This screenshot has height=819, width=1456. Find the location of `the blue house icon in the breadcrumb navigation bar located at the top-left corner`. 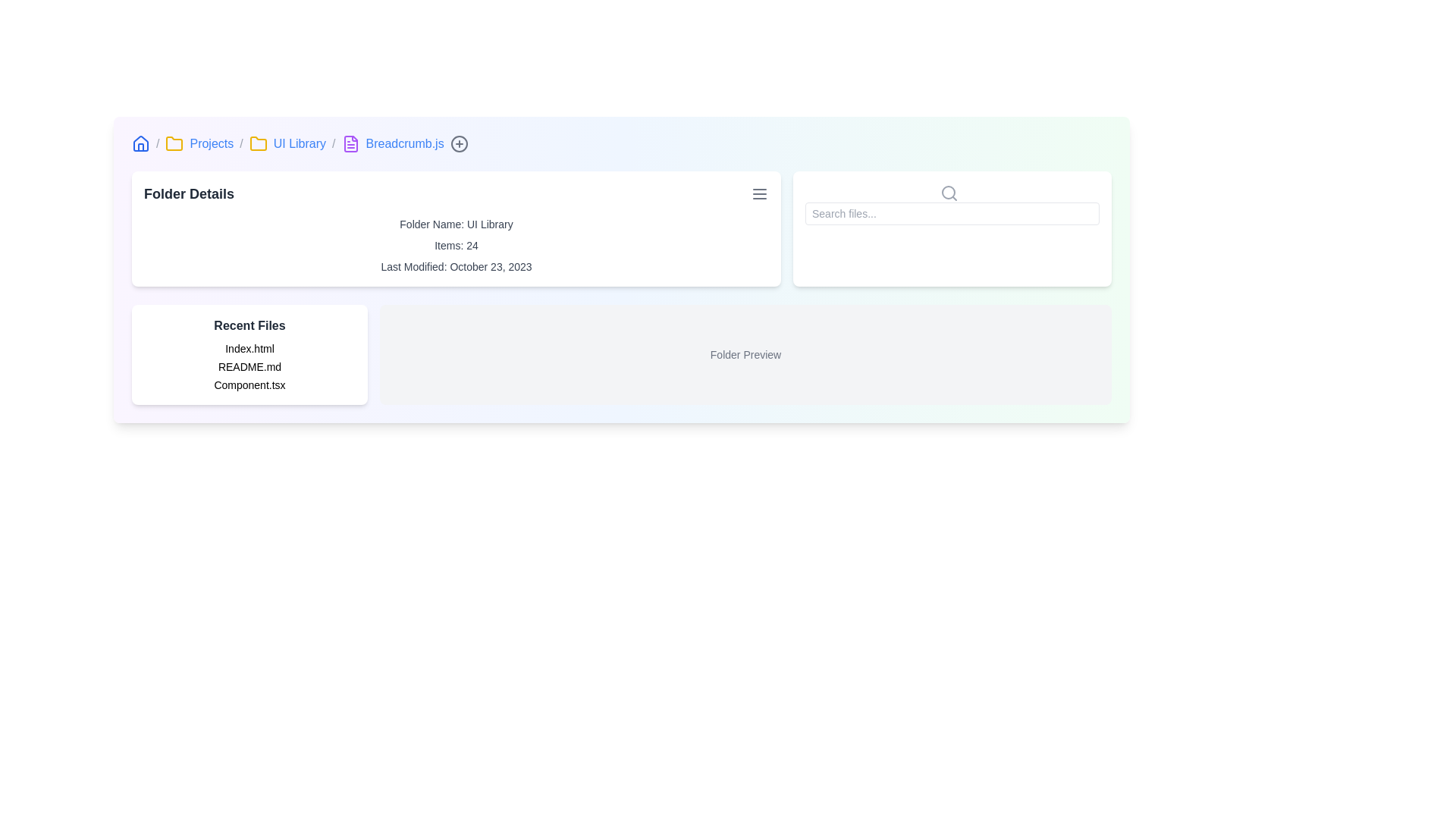

the blue house icon in the breadcrumb navigation bar located at the top-left corner is located at coordinates (141, 143).